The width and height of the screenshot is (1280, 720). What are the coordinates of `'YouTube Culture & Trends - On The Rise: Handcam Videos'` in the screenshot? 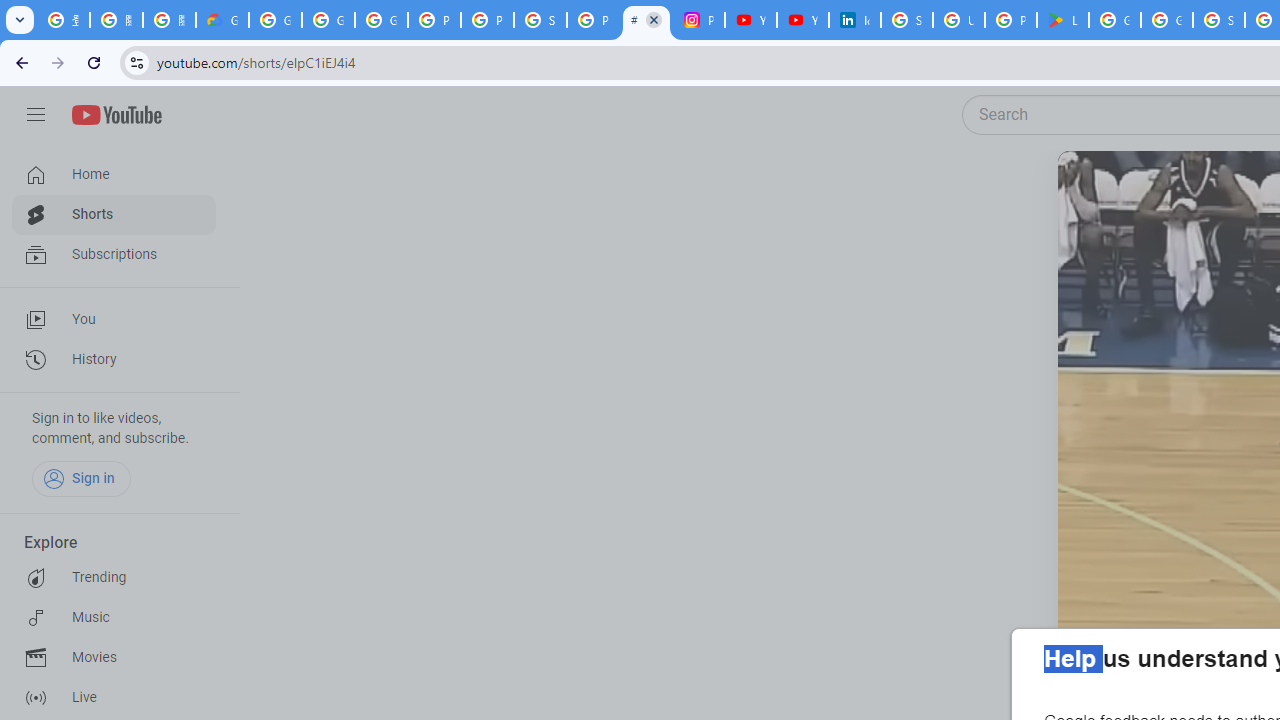 It's located at (749, 20).